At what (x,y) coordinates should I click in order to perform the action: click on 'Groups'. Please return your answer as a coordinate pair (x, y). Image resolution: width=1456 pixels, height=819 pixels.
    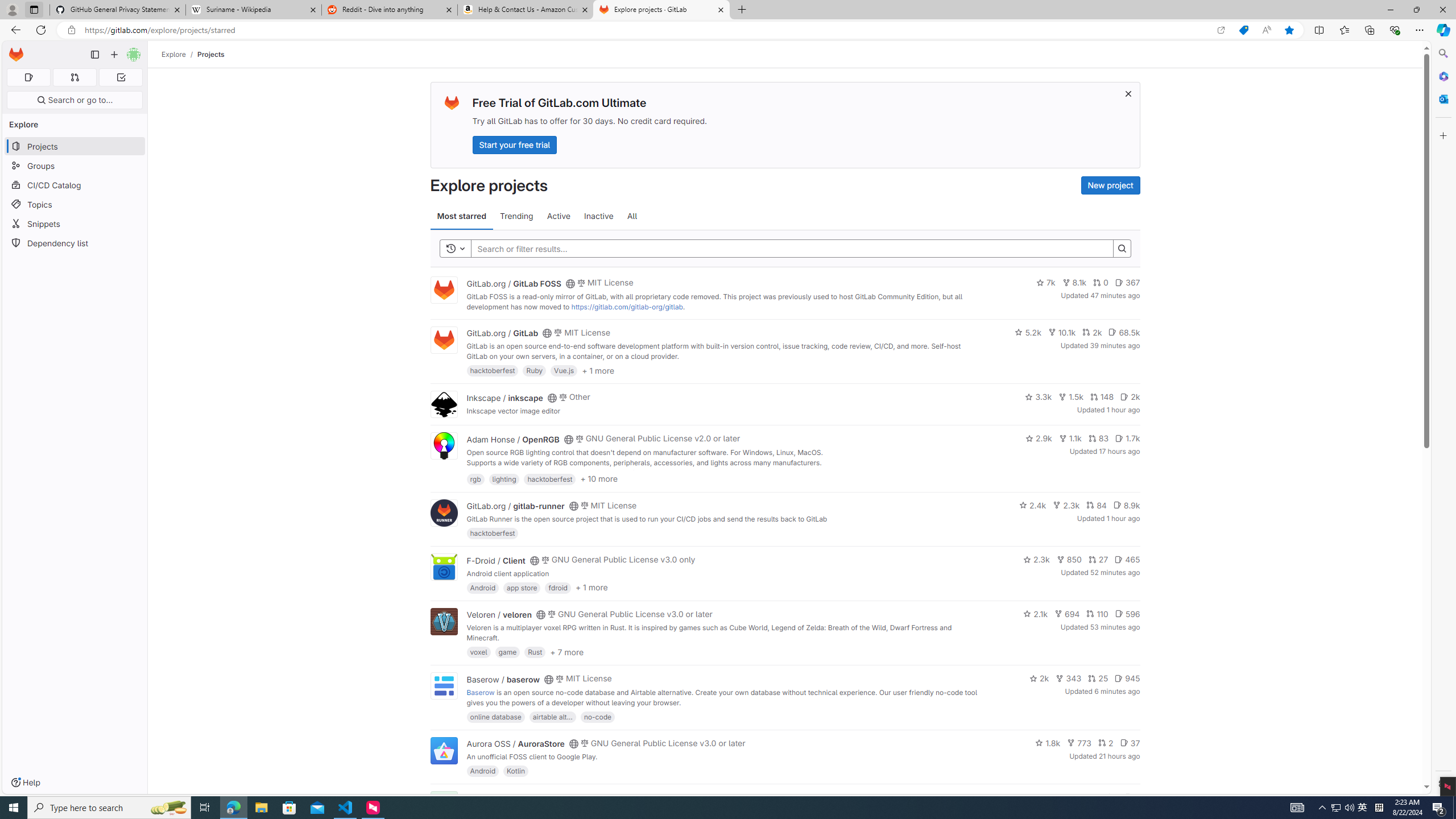
    Looking at the image, I should click on (74, 166).